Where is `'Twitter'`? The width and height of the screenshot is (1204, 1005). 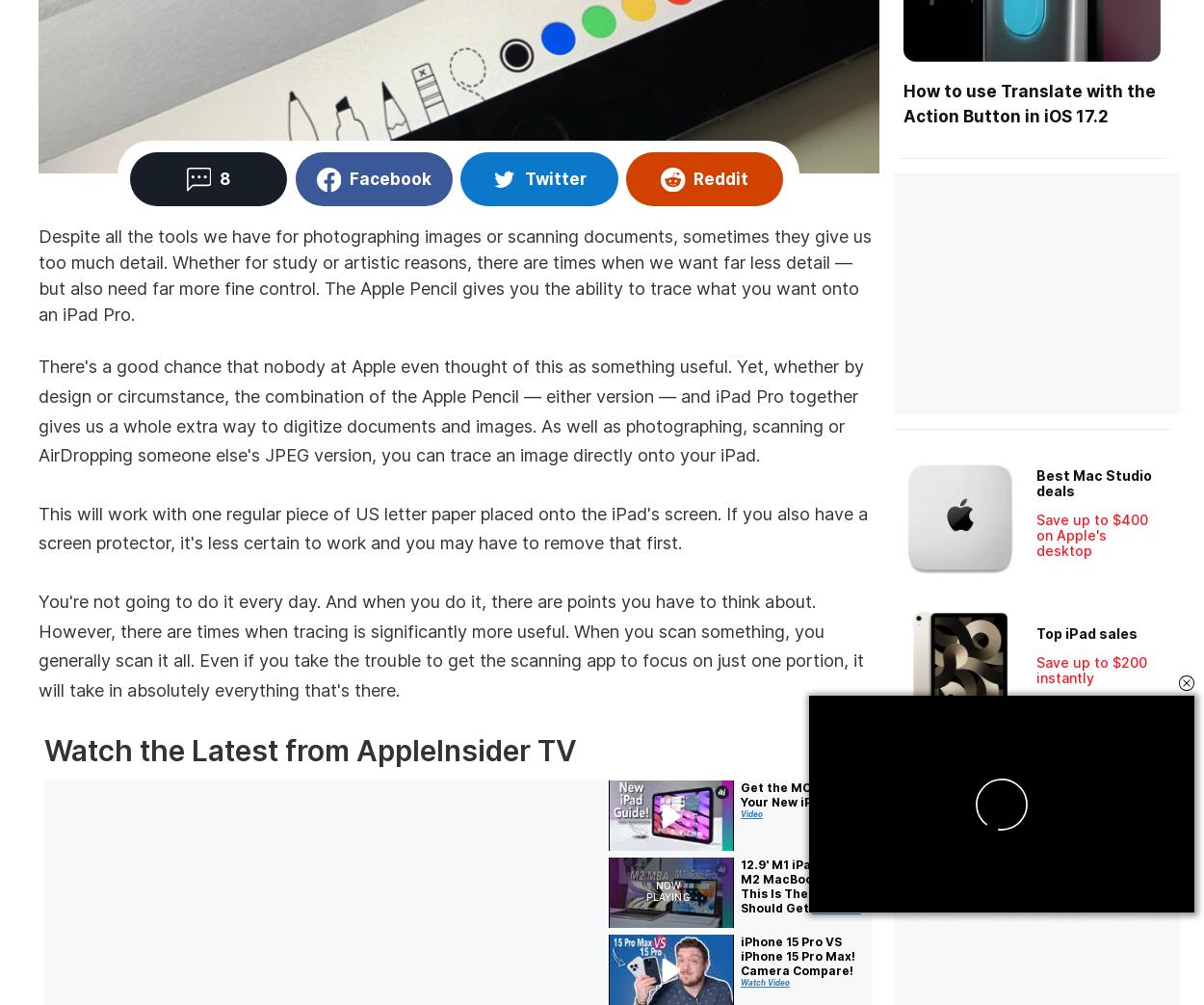
'Twitter' is located at coordinates (555, 177).